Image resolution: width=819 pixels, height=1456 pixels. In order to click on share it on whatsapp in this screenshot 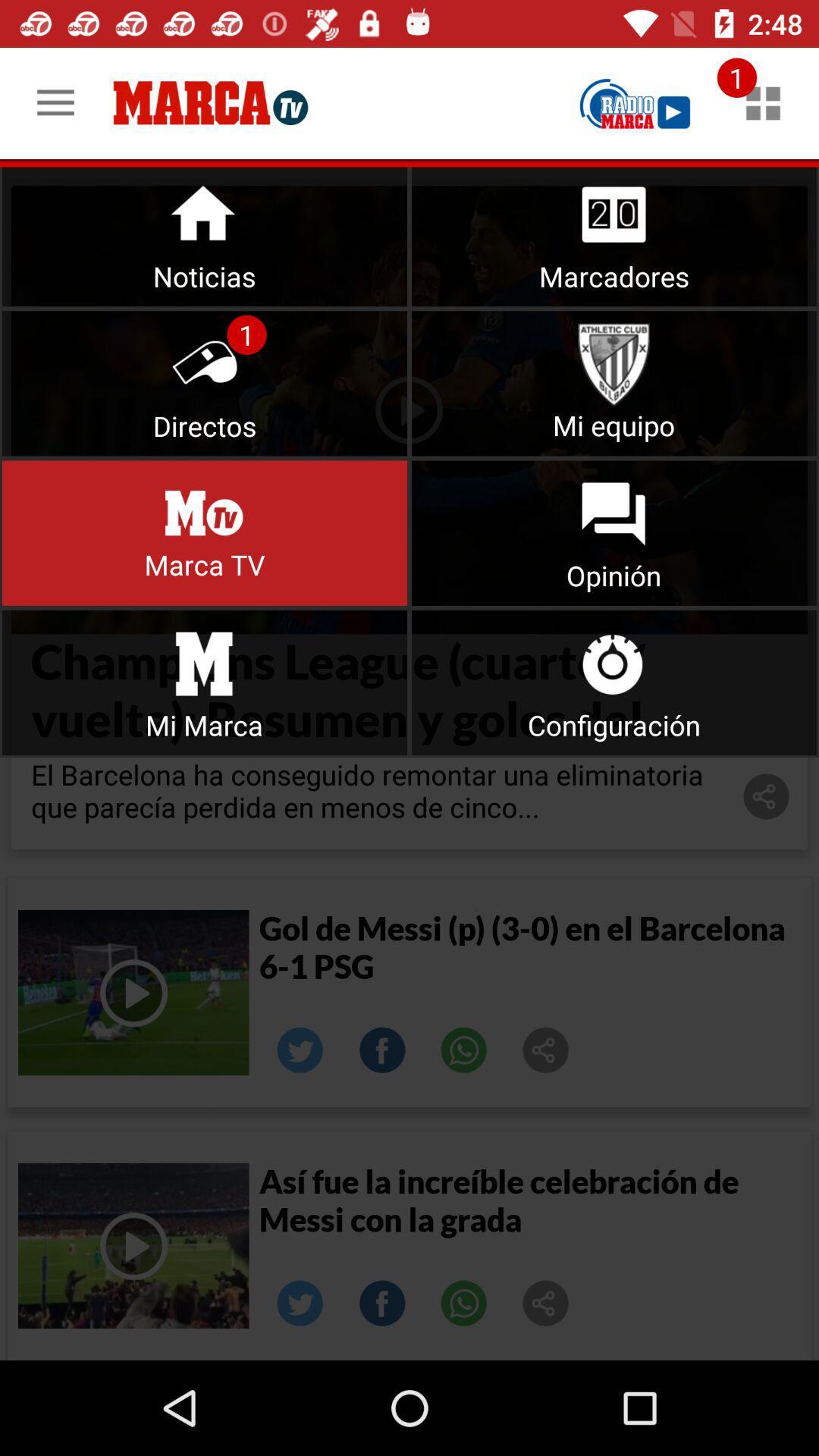, I will do `click(463, 1050)`.